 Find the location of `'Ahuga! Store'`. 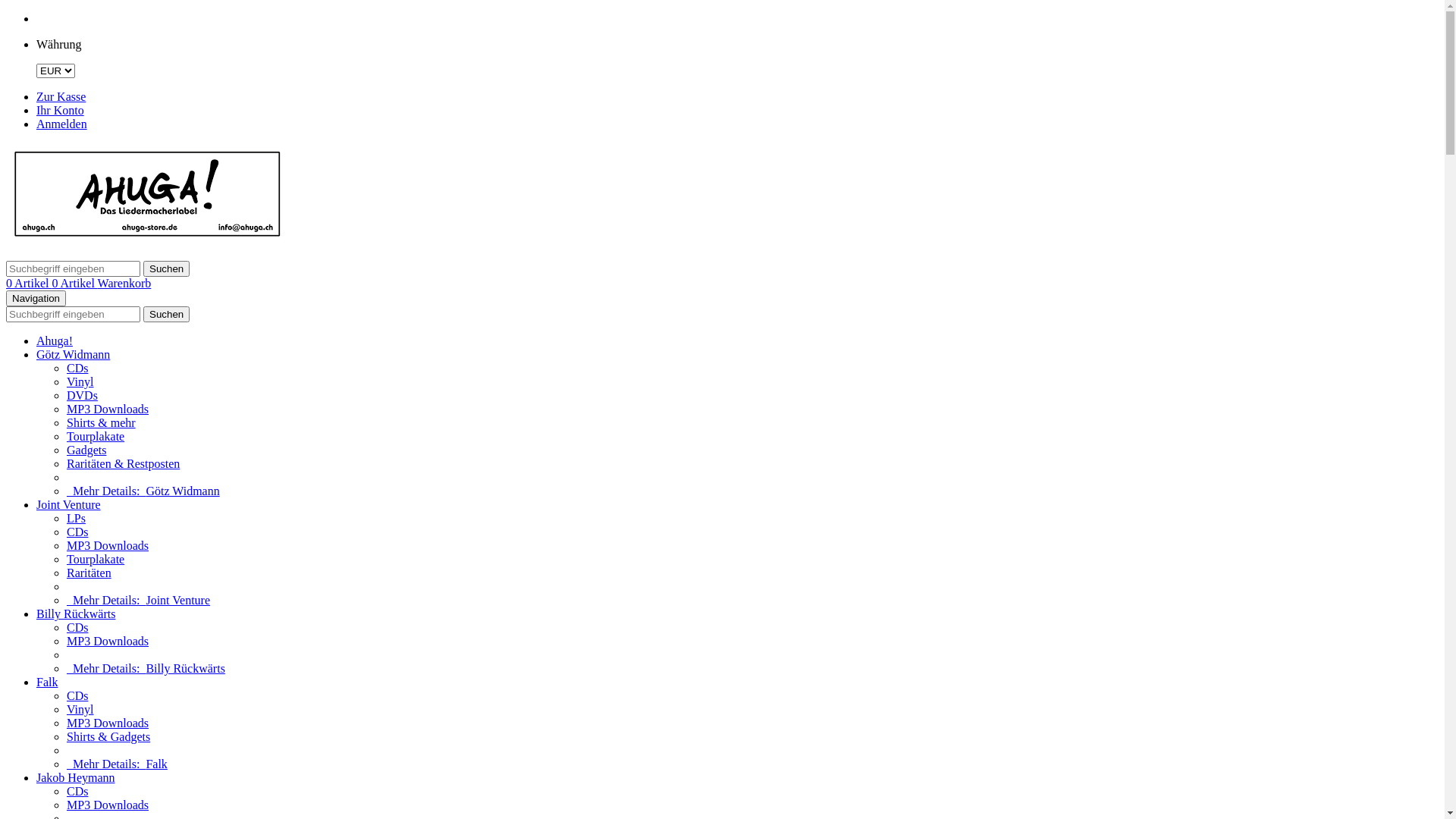

'Ahuga! Store' is located at coordinates (148, 240).